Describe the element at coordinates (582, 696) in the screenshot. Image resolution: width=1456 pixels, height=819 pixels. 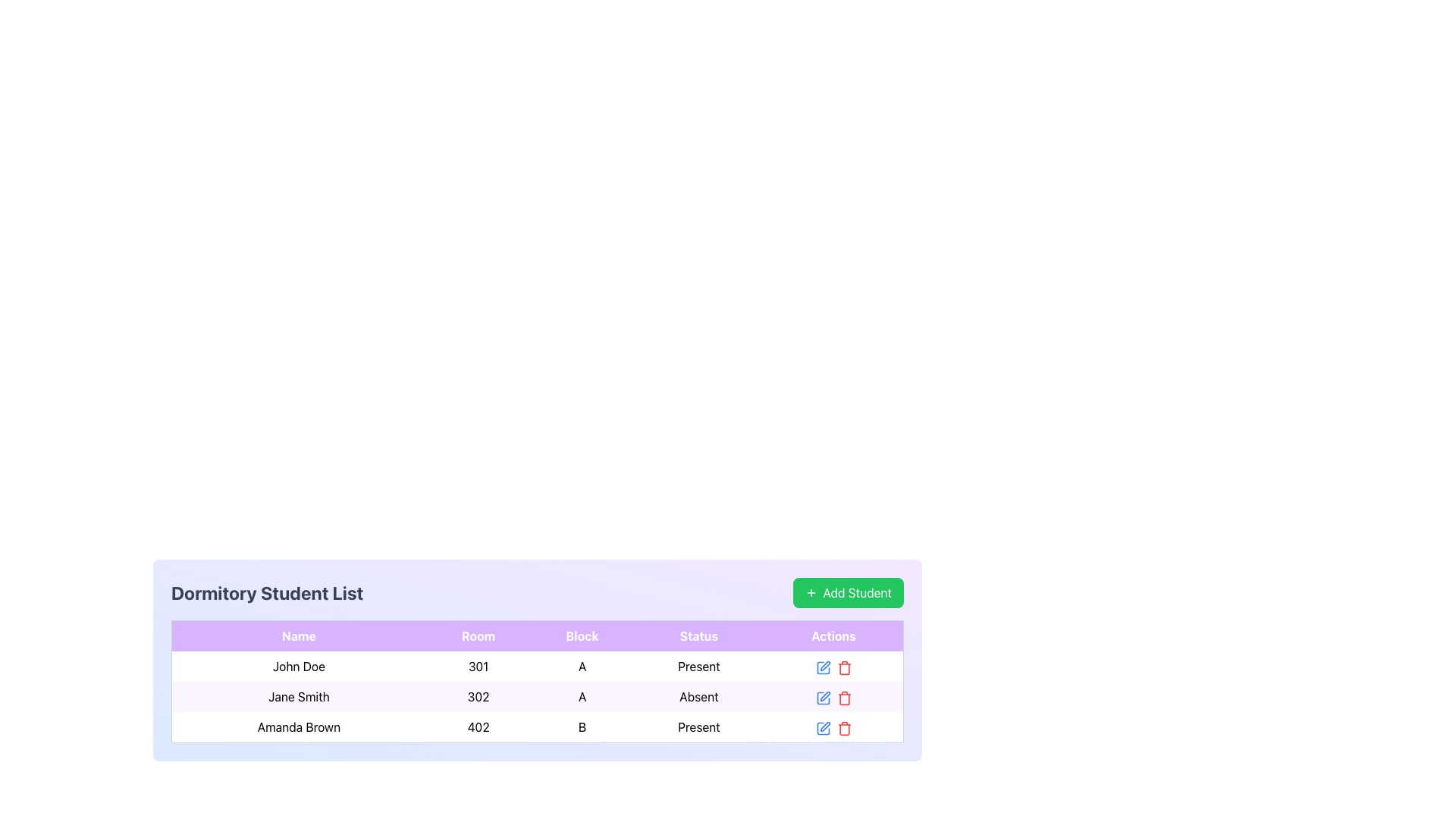
I see `the bold, black letter 'A' located in the third column labeled 'Block' and the second row corresponding to 'Jane Smith'` at that location.